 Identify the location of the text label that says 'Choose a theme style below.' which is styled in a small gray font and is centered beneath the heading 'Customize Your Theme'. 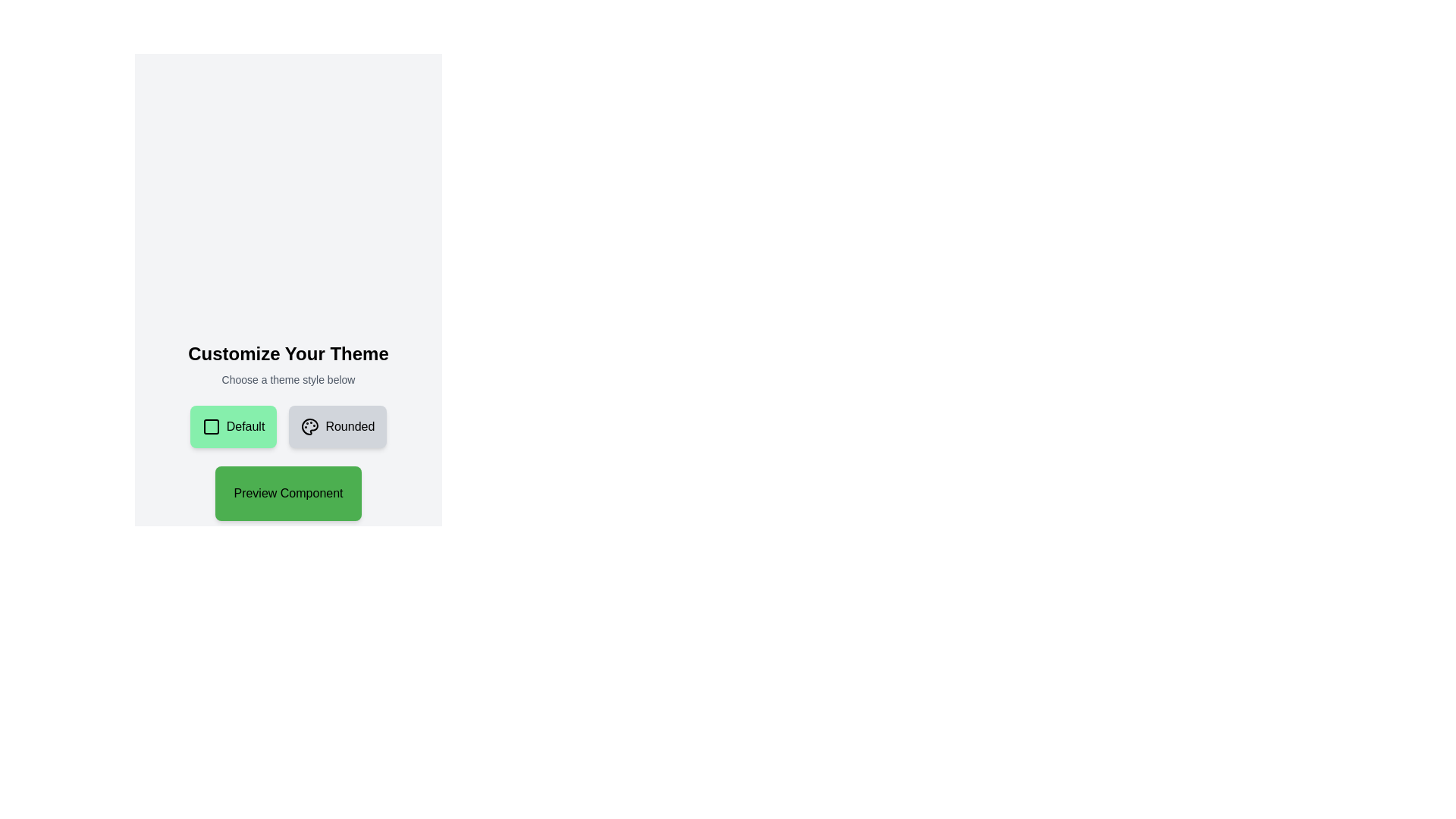
(288, 379).